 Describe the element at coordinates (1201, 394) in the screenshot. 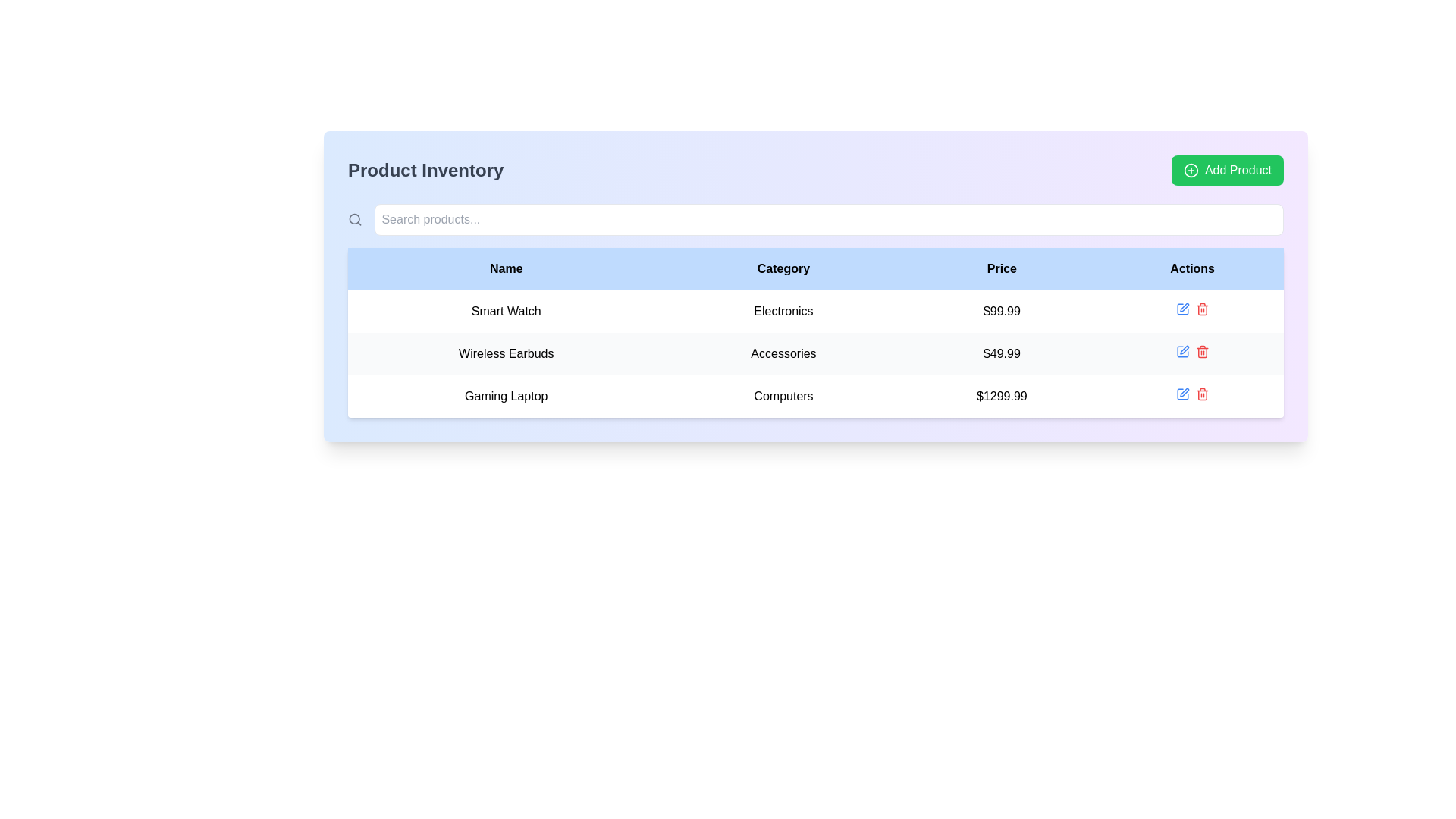

I see `the deletion icon button located in the 'Actions' column next to the edit icon for the 'Gaming Laptop' item` at that location.